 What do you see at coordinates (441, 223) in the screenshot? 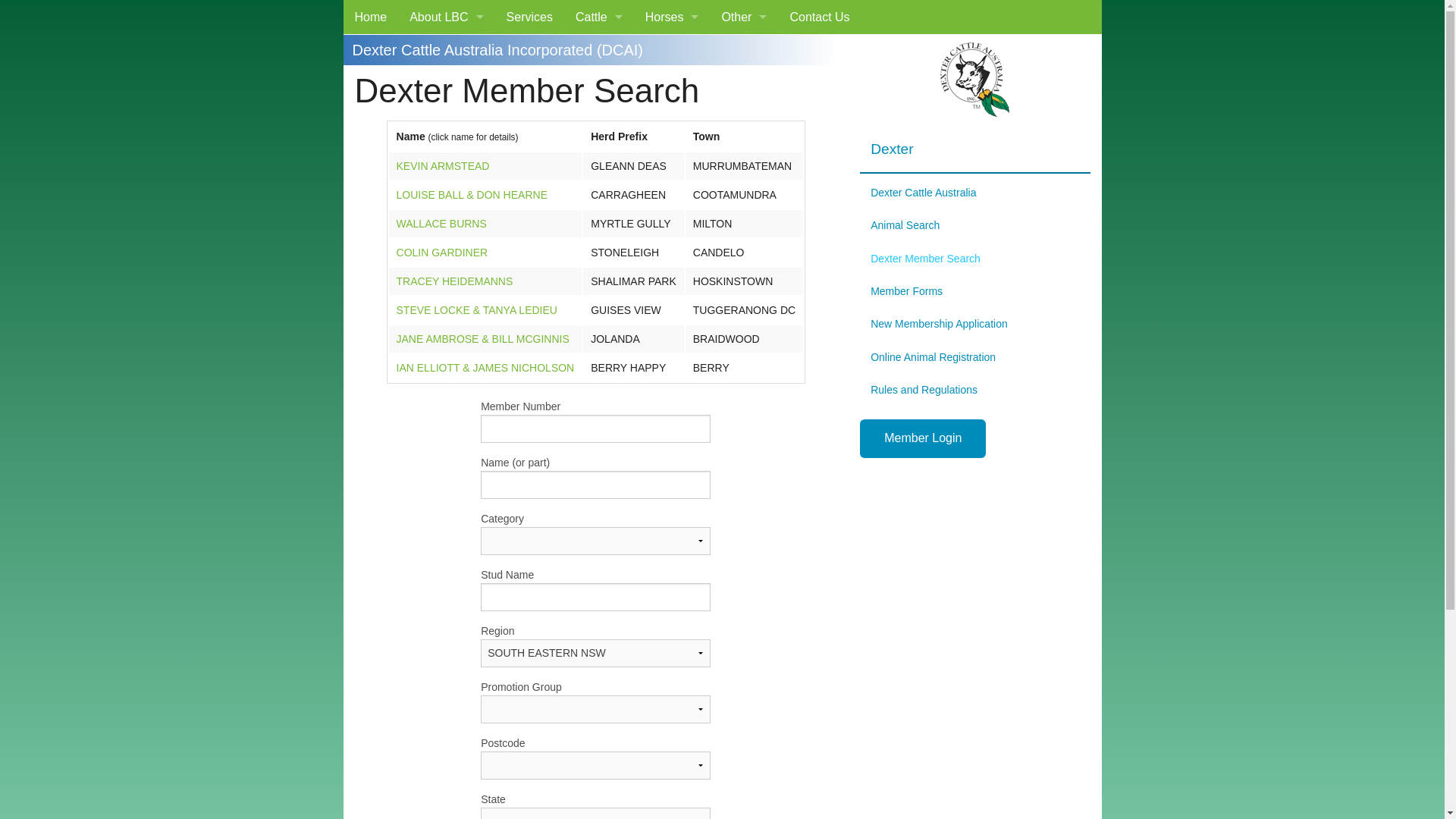
I see `'WALLACE BURNS'` at bounding box center [441, 223].